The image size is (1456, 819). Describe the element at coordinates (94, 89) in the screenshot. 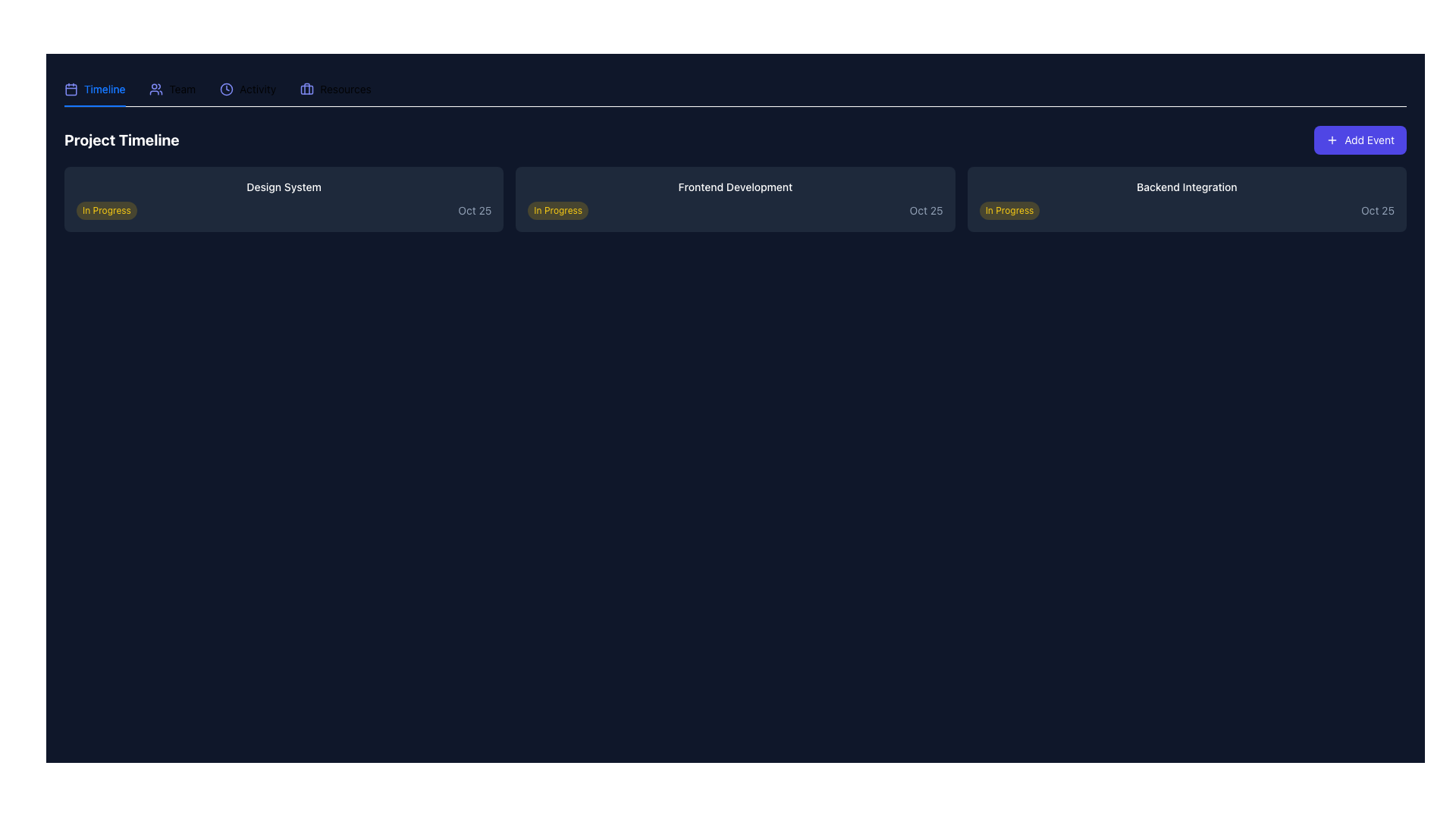

I see `the 'Timeline' tab component located in the top left section of the interface` at that location.